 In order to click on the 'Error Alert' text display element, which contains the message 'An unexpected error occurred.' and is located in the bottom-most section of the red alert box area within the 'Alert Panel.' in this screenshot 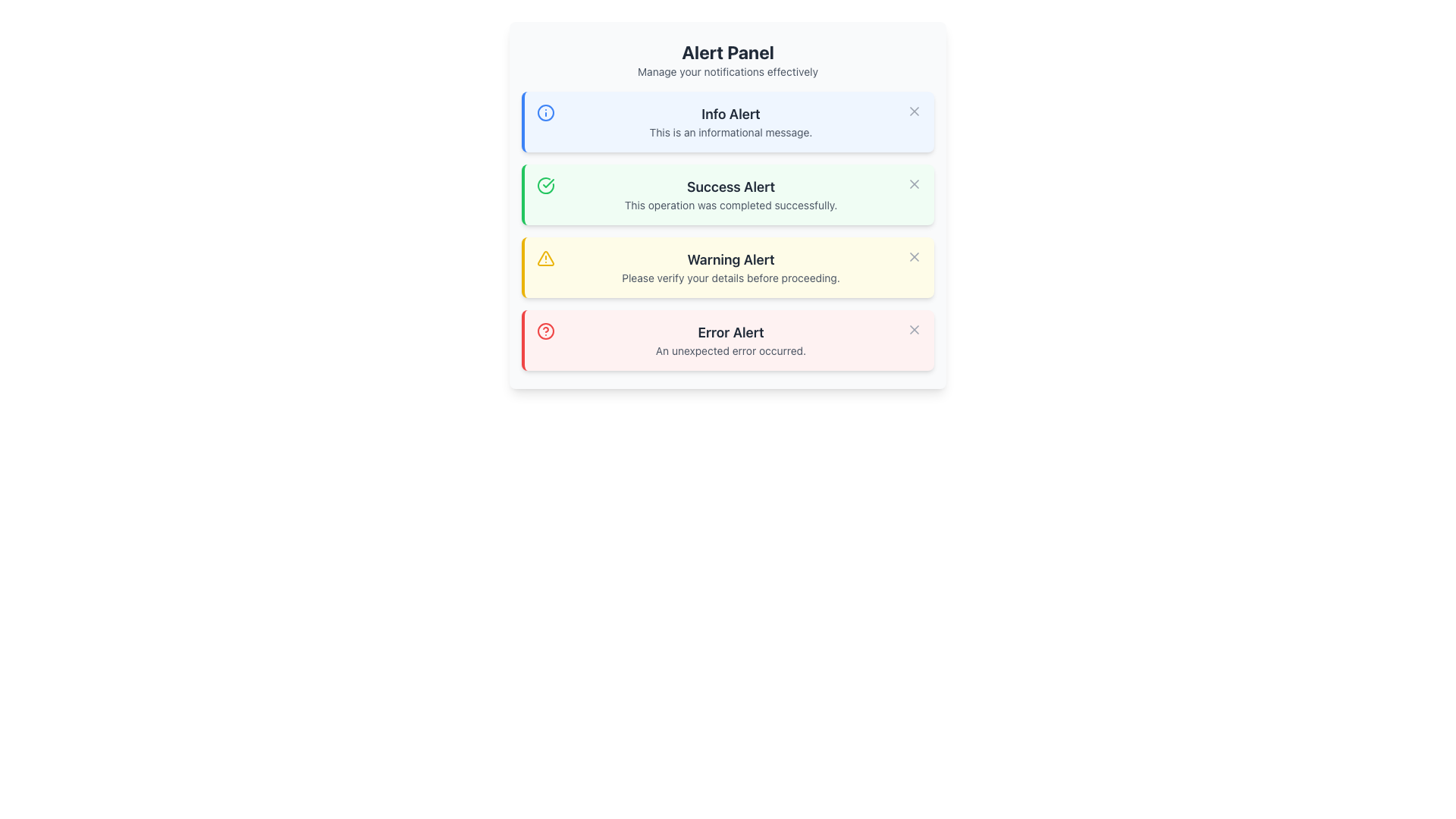, I will do `click(731, 339)`.